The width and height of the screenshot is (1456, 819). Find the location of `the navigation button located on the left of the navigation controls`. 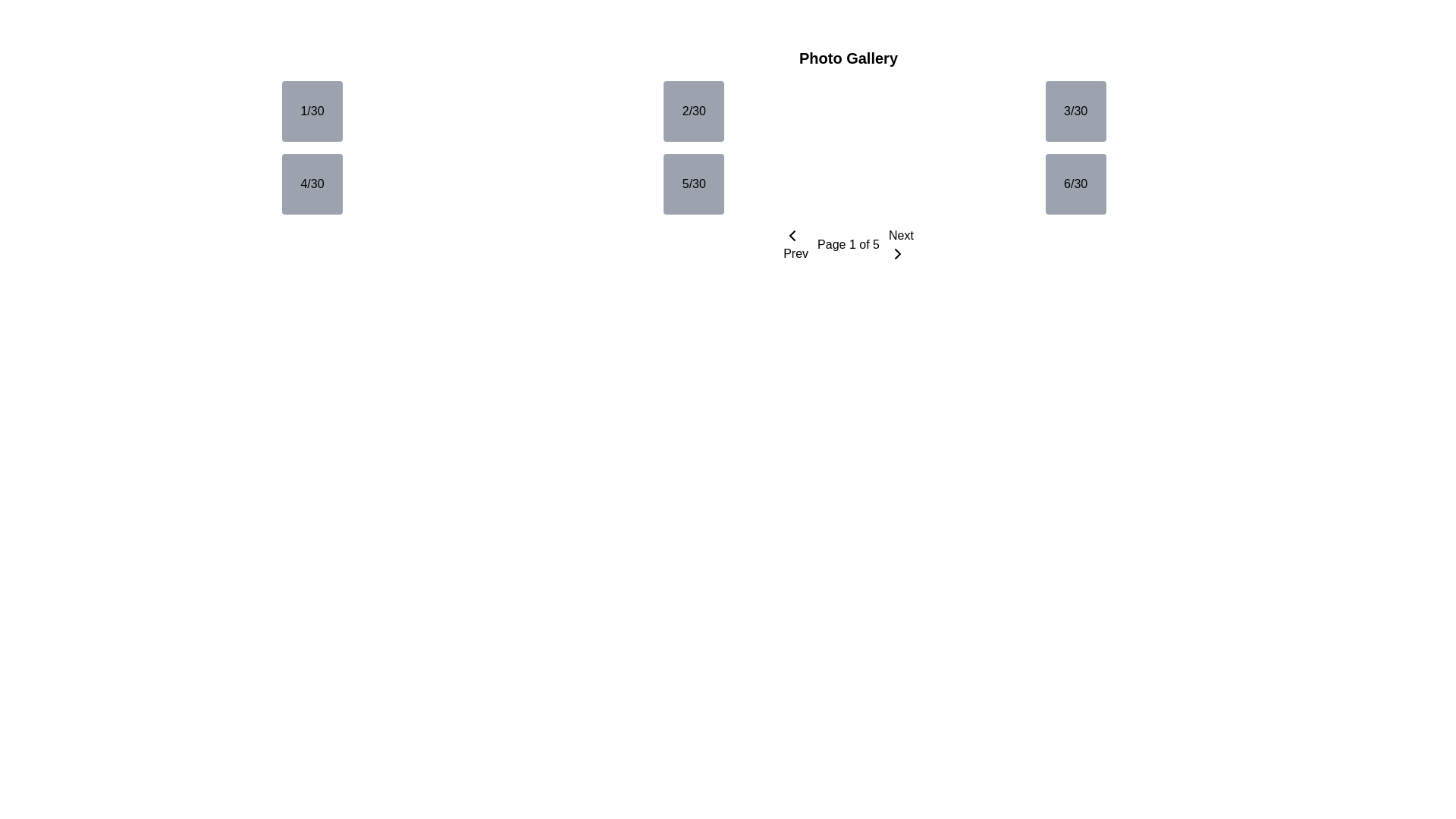

the navigation button located on the left of the navigation controls is located at coordinates (795, 244).